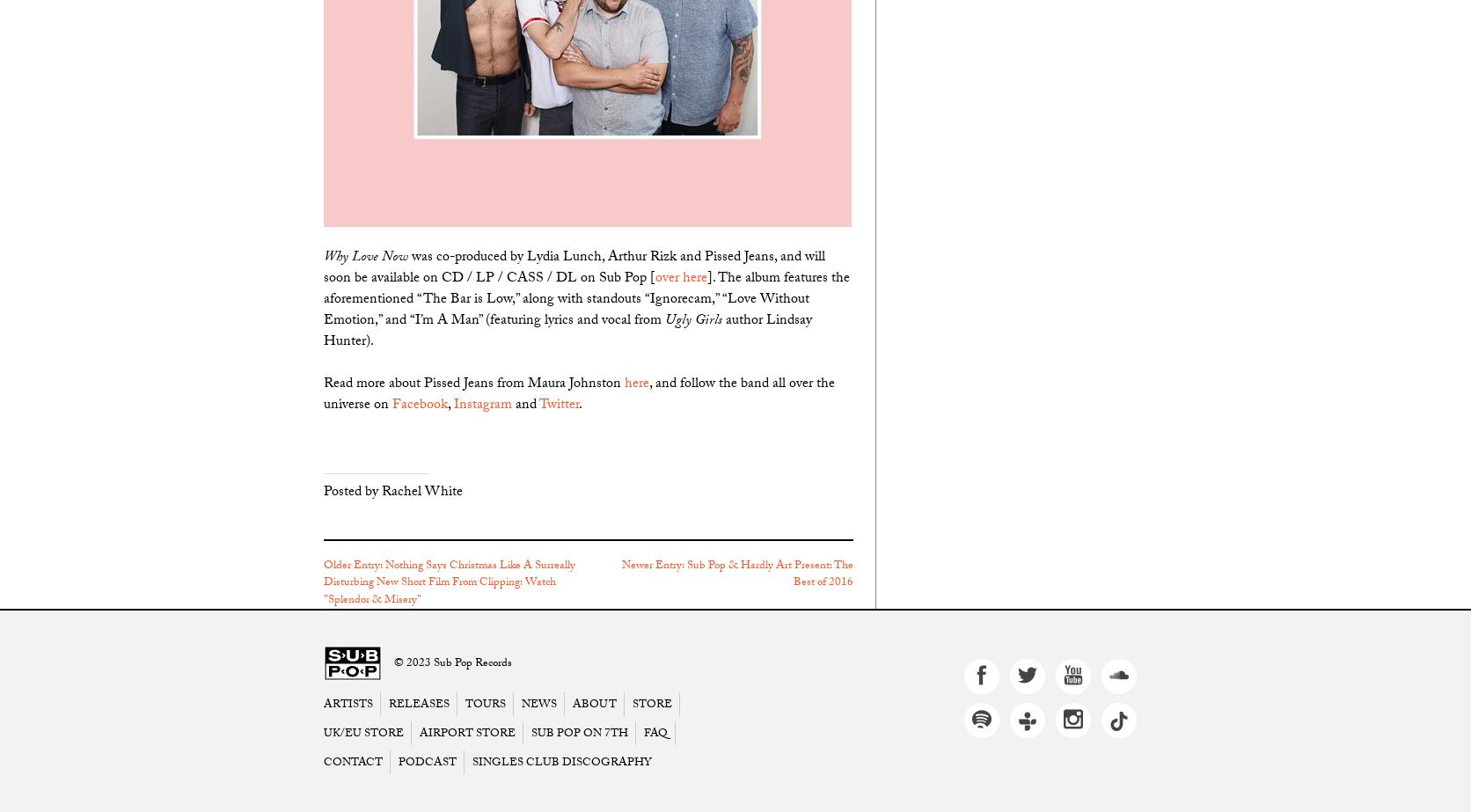 The height and width of the screenshot is (812, 1471). Describe the element at coordinates (567, 331) in the screenshot. I see `'author Lindsay Hunter).'` at that location.